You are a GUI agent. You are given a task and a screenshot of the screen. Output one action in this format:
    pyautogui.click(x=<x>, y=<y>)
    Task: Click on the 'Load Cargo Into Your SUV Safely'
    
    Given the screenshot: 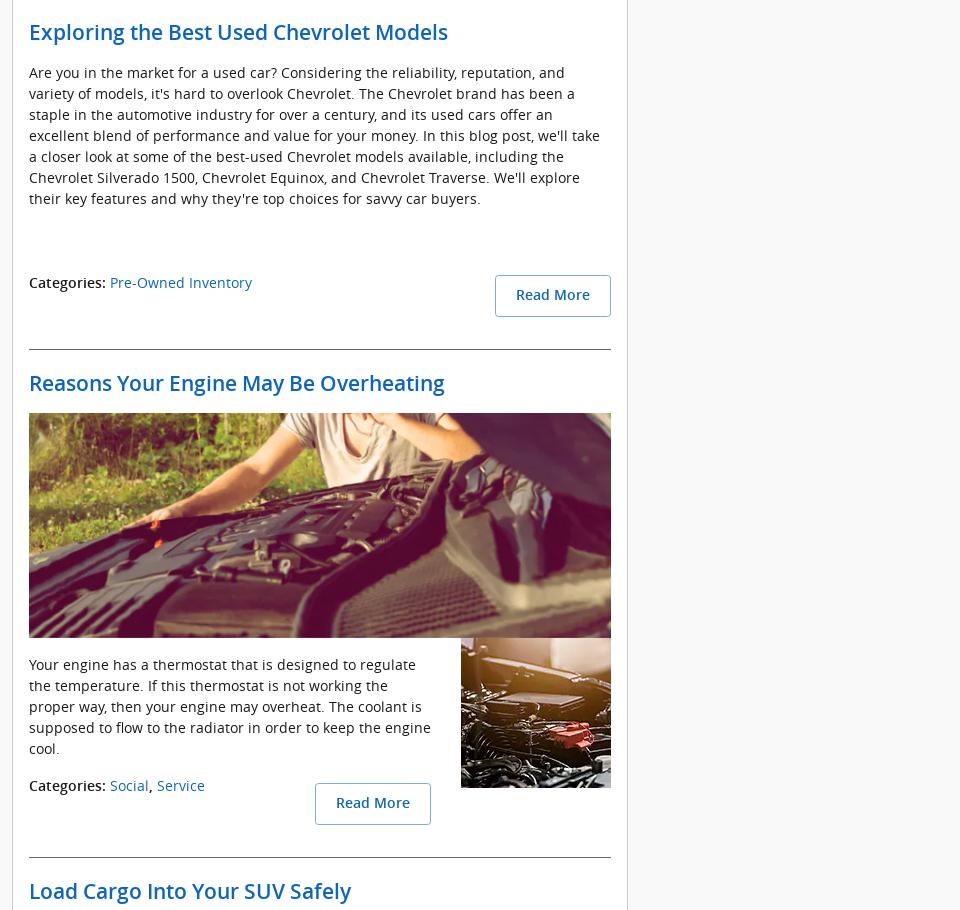 What is the action you would take?
    pyautogui.click(x=189, y=891)
    